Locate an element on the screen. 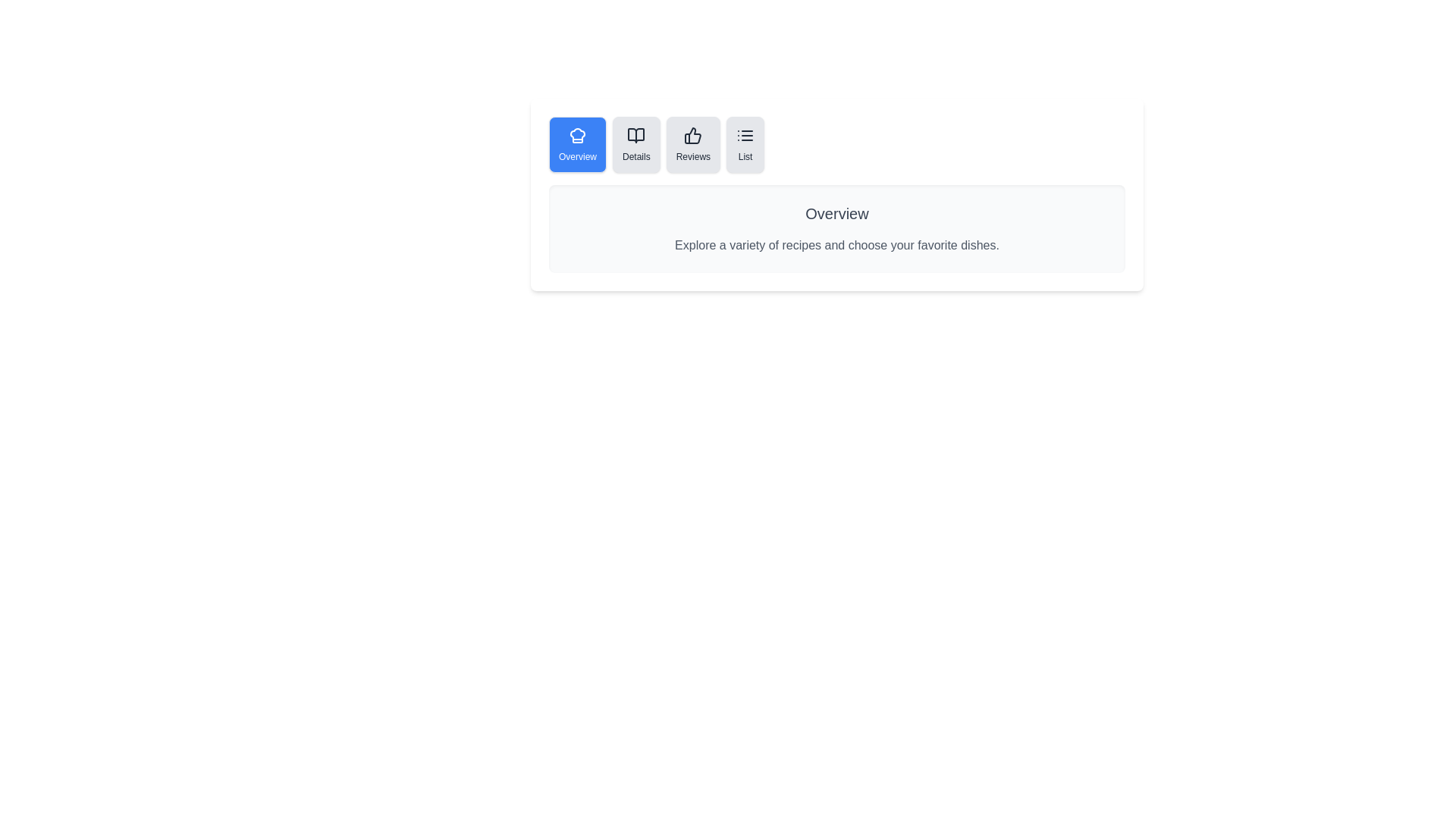 The image size is (1456, 819). the Reviews tab by clicking its button is located at coordinates (692, 145).